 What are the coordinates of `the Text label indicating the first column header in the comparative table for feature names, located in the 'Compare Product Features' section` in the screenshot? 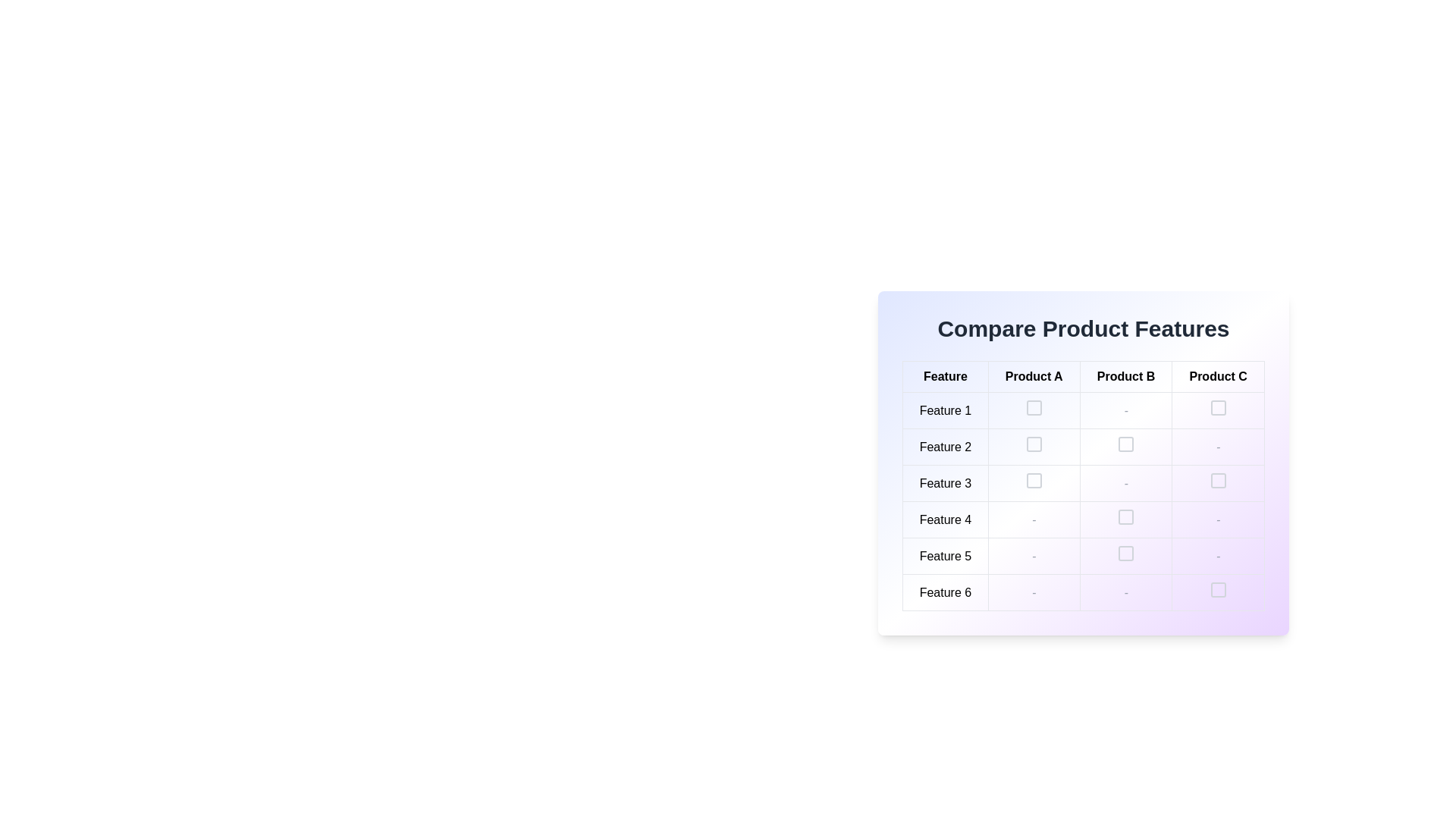 It's located at (944, 376).